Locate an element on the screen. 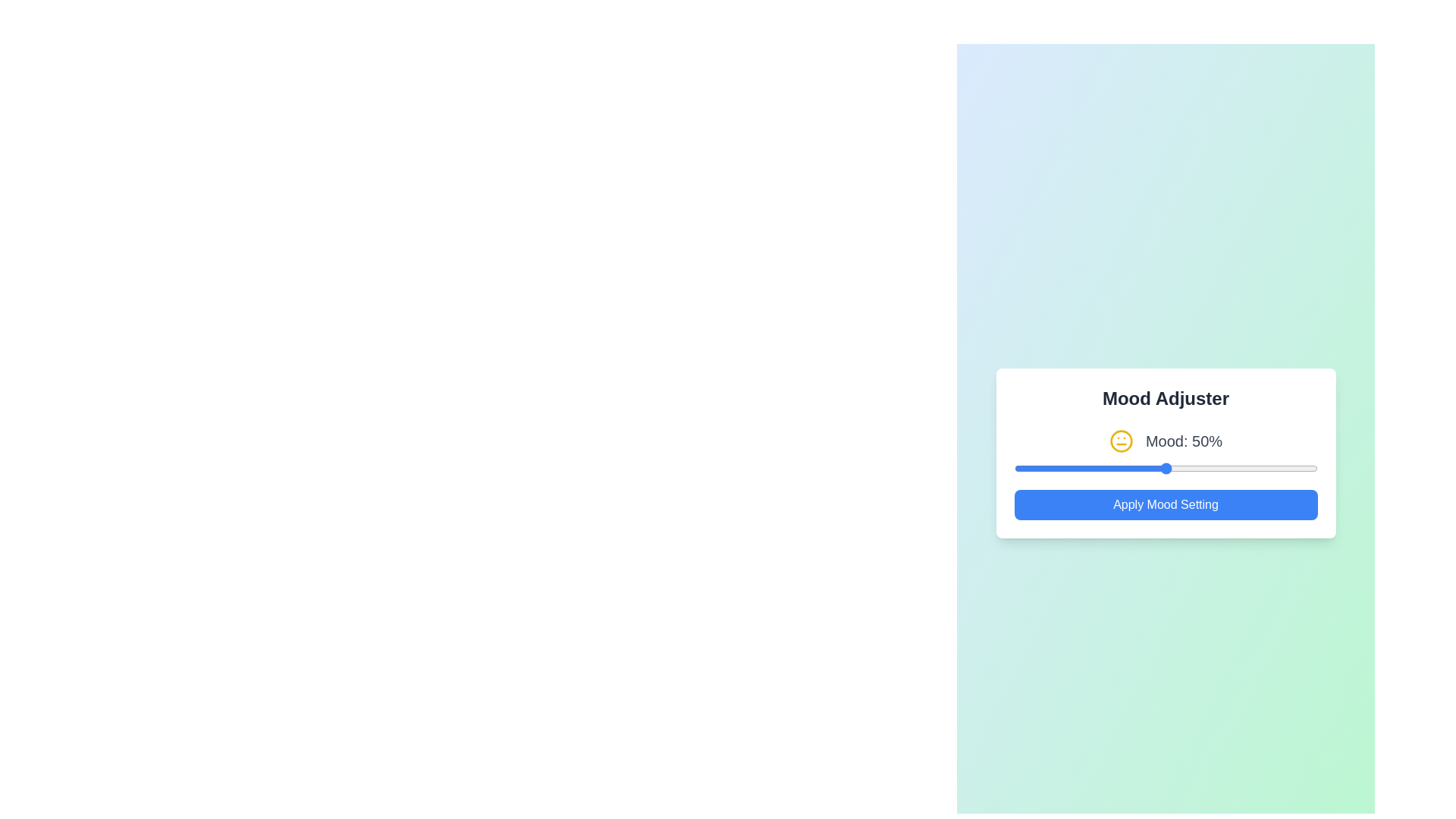 This screenshot has width=1456, height=819. the mood slider to set the mood value to 91% is located at coordinates (1289, 467).